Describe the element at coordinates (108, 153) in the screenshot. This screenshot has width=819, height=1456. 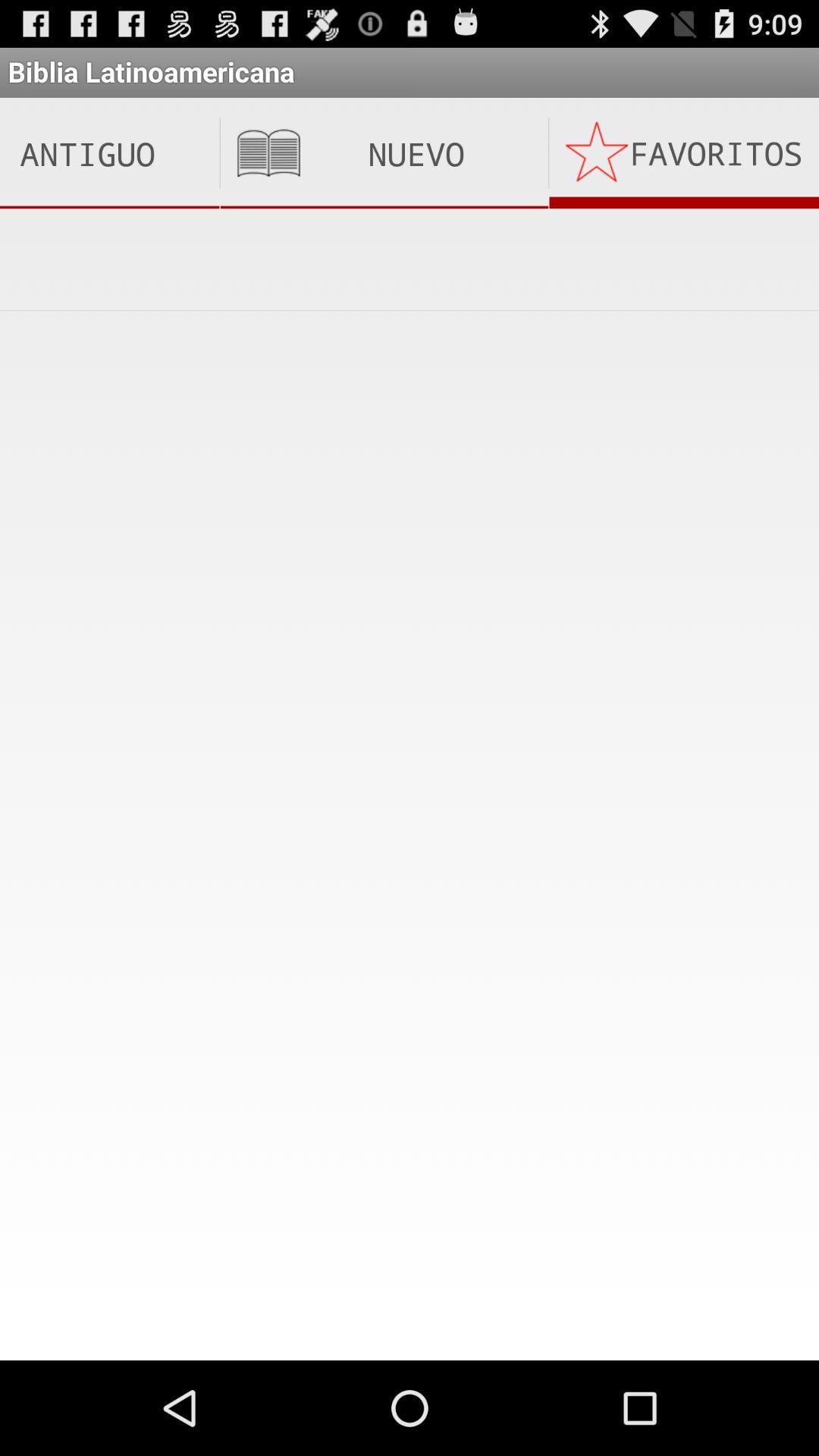
I see `the antiguo testamento item` at that location.